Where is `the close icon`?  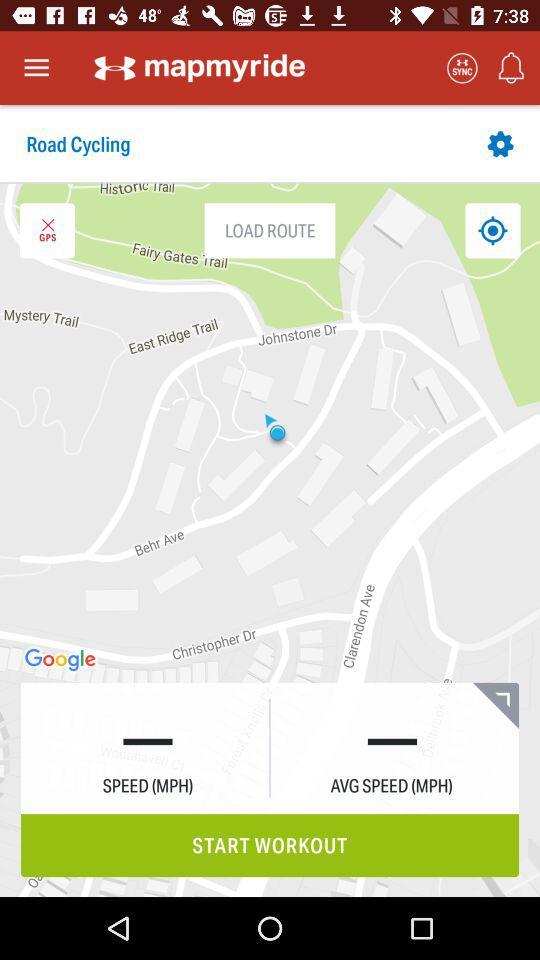 the close icon is located at coordinates (47, 230).